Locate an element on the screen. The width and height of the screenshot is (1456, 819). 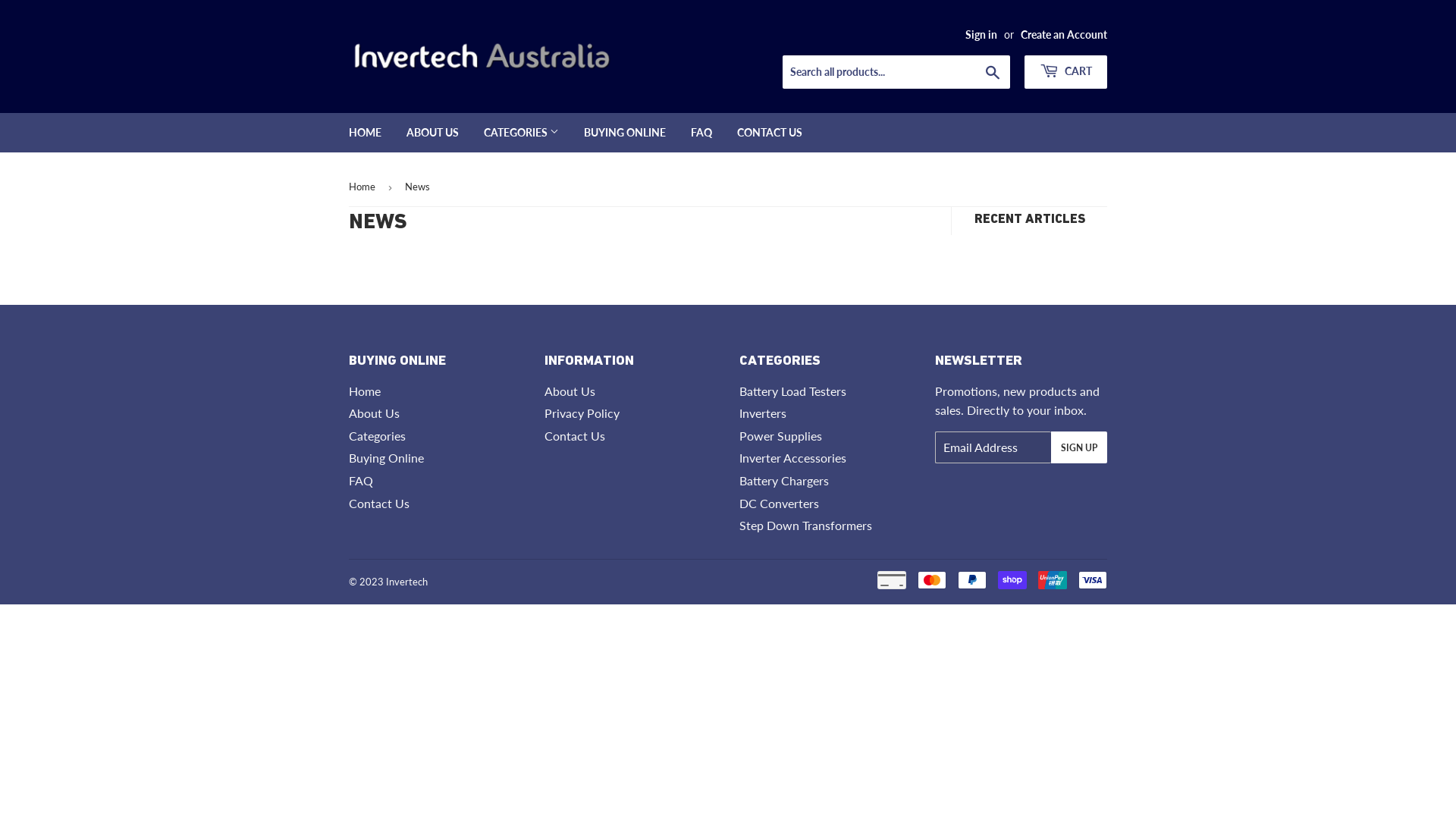
'Privacy Policy' is located at coordinates (581, 413).